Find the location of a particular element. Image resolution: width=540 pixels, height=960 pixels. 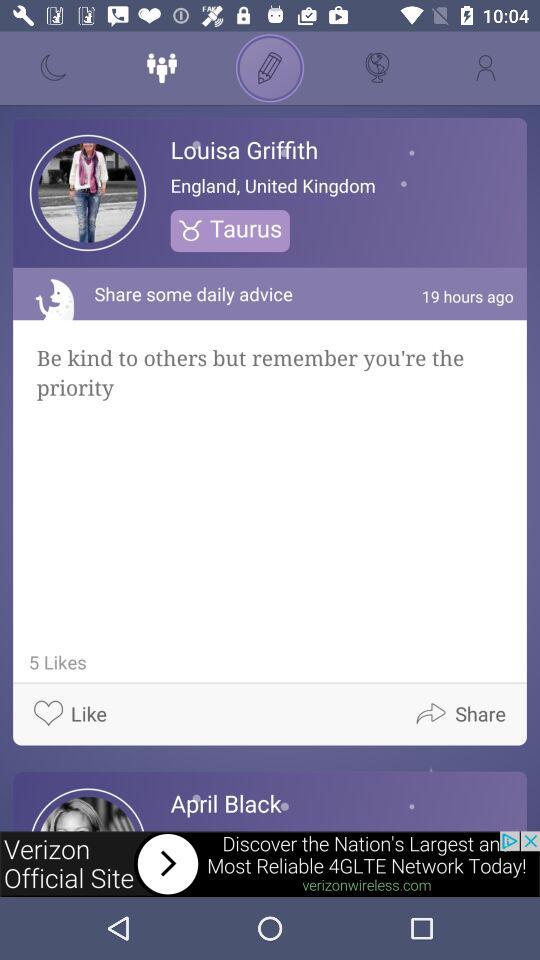

the edit icon is located at coordinates (270, 68).